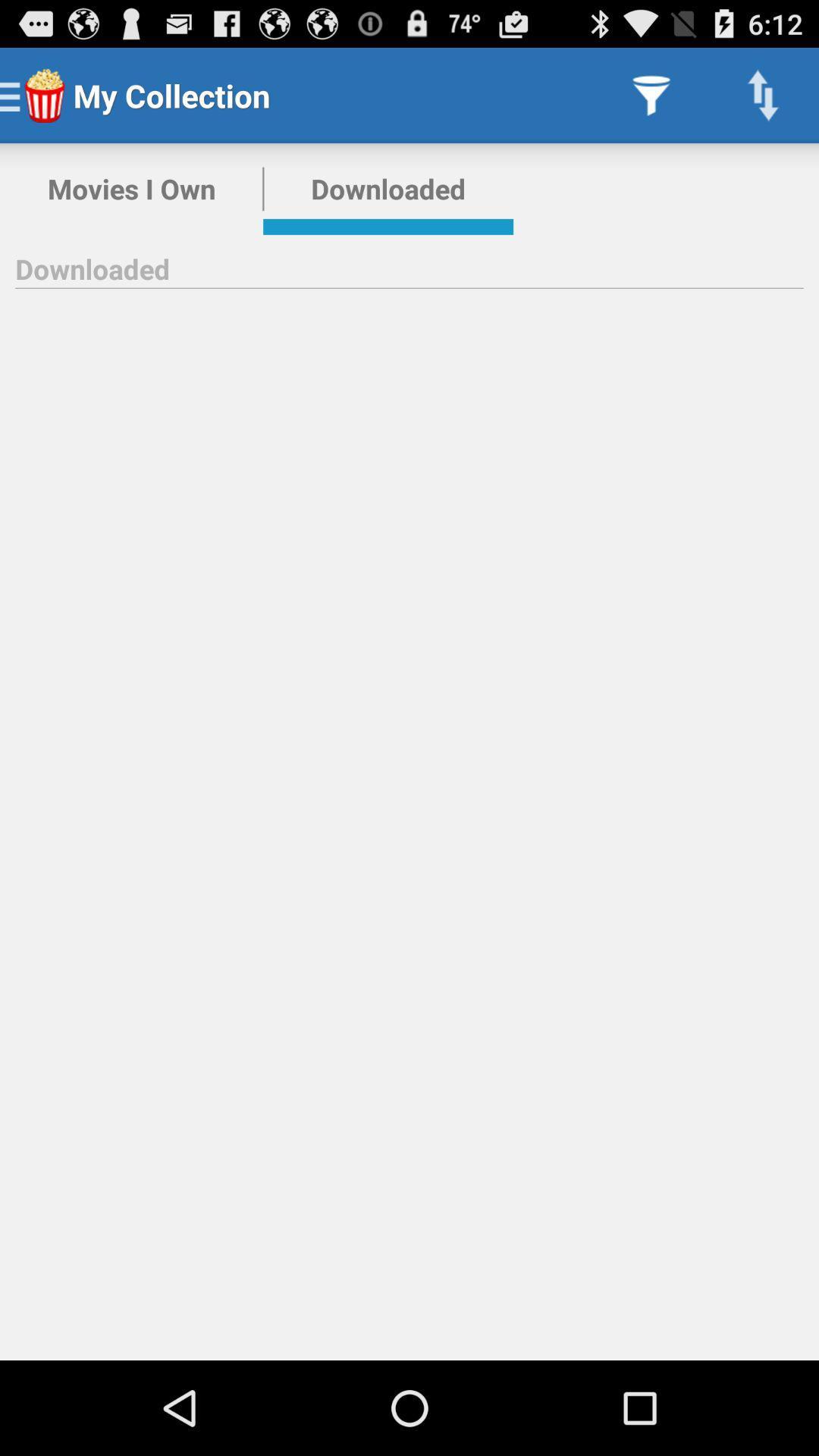 Image resolution: width=819 pixels, height=1456 pixels. Describe the element at coordinates (130, 188) in the screenshot. I see `the movies i own` at that location.